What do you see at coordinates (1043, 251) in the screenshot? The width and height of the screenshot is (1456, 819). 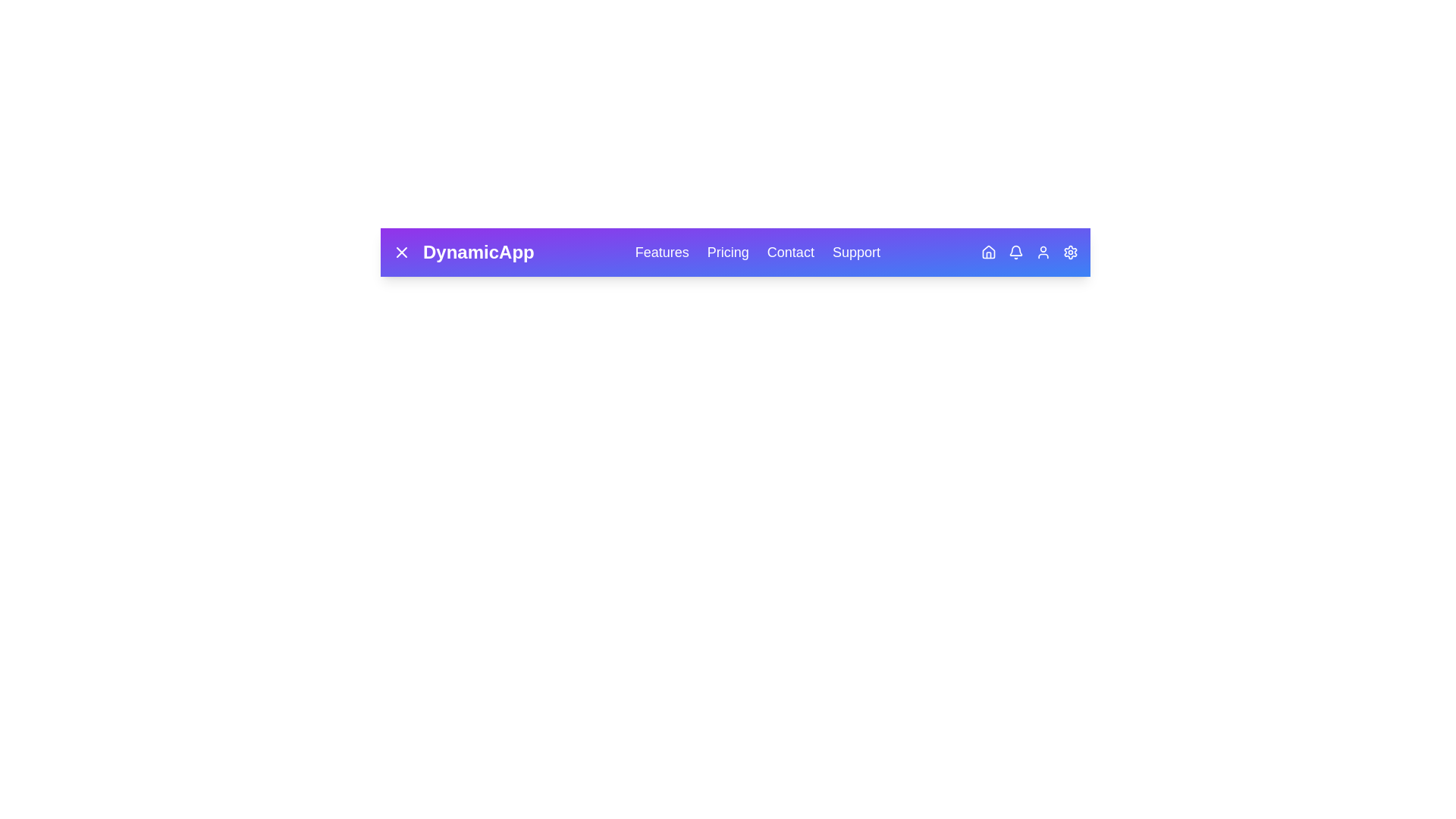 I see `the Profile icon in the DynamicAppBar` at bounding box center [1043, 251].